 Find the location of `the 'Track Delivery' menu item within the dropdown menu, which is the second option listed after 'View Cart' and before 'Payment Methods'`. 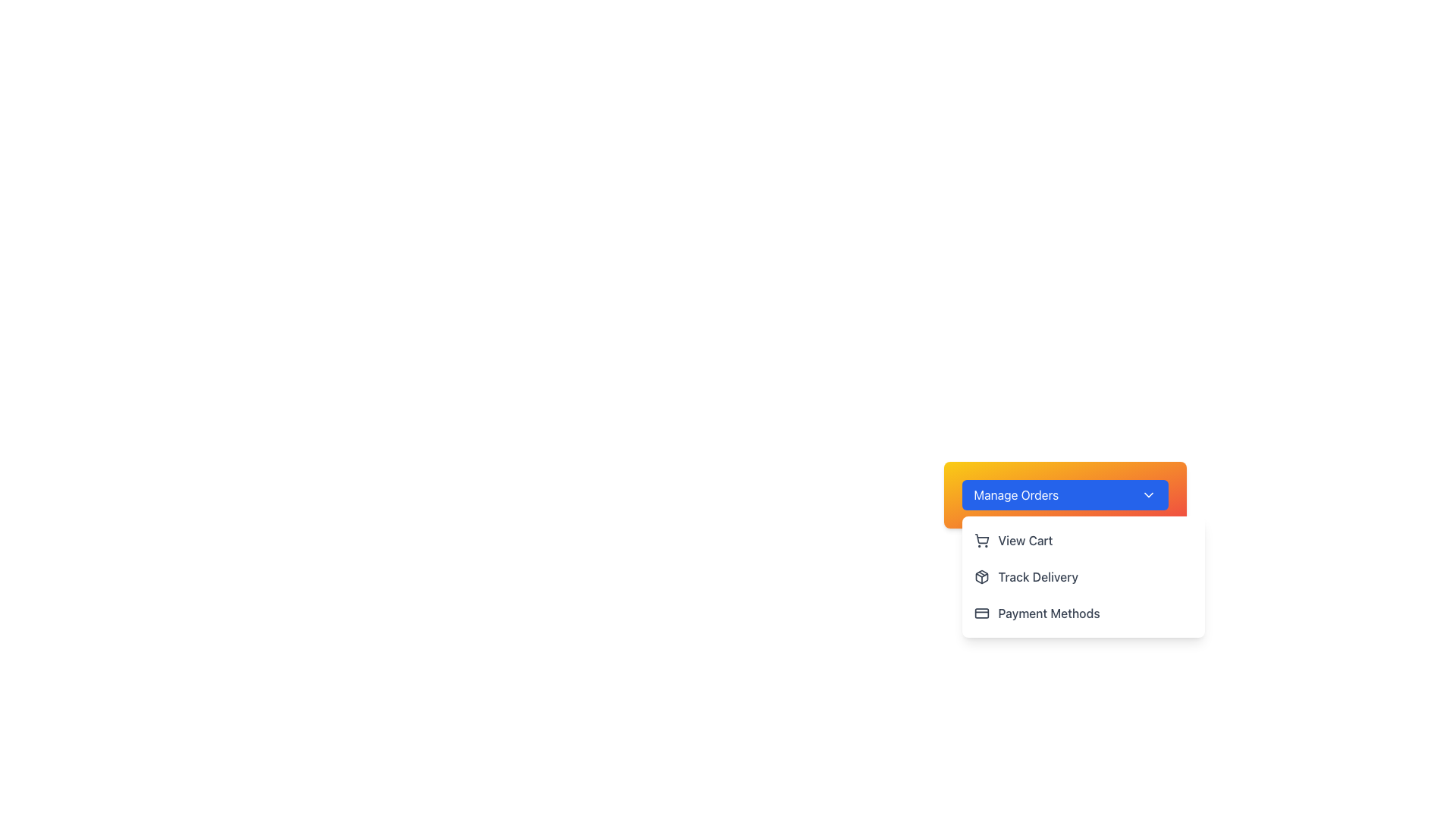

the 'Track Delivery' menu item within the dropdown menu, which is the second option listed after 'View Cart' and before 'Payment Methods' is located at coordinates (1064, 598).